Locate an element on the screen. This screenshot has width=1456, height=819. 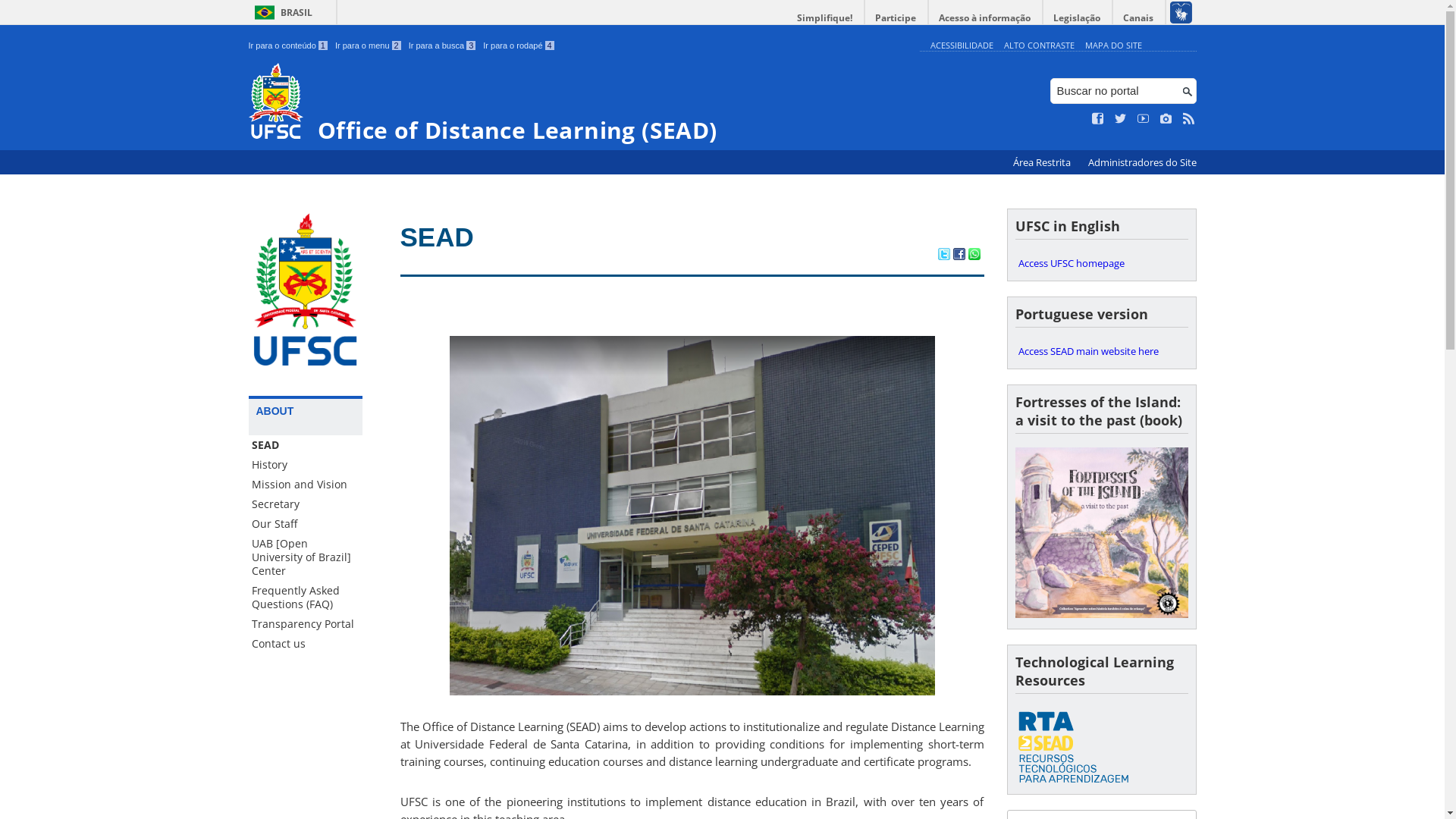
'Access SEAD main website here' is located at coordinates (1015, 350).